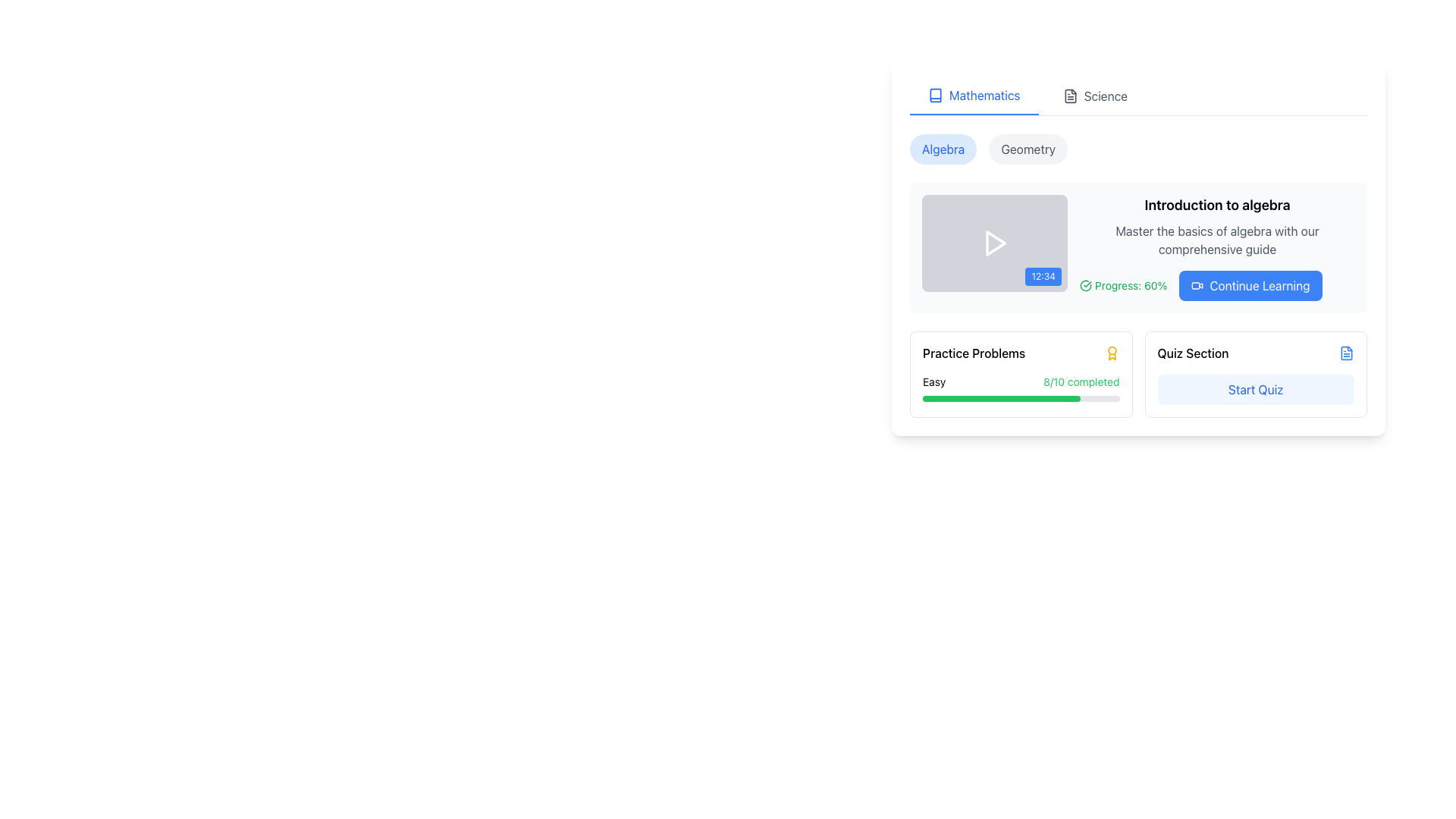 The height and width of the screenshot is (819, 1456). What do you see at coordinates (1084, 286) in the screenshot?
I see `the green checkmark icon that signifies completed progress, located to the left of the 'Progress: 60%' text` at bounding box center [1084, 286].